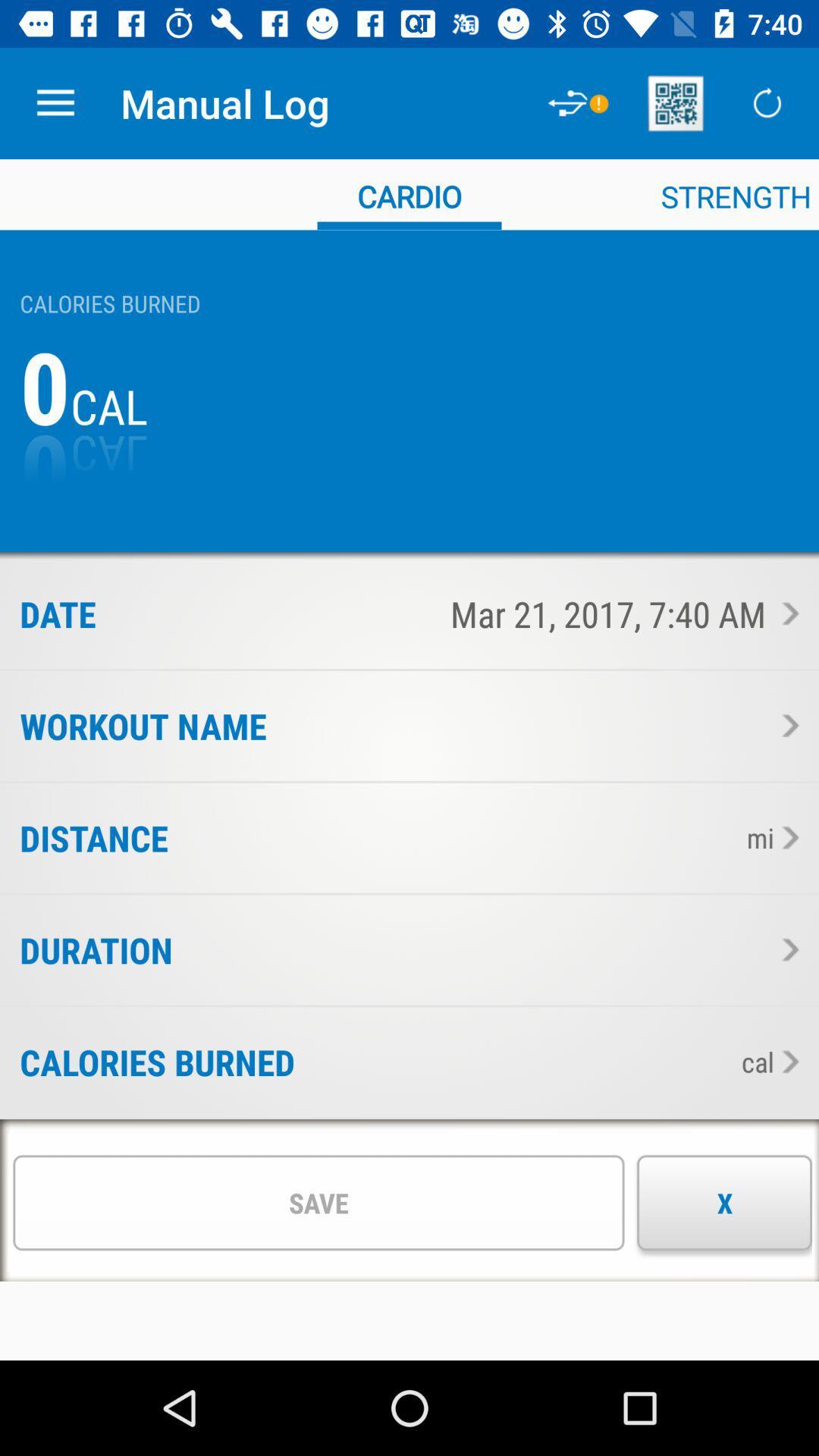  I want to click on this section, so click(786, 949).